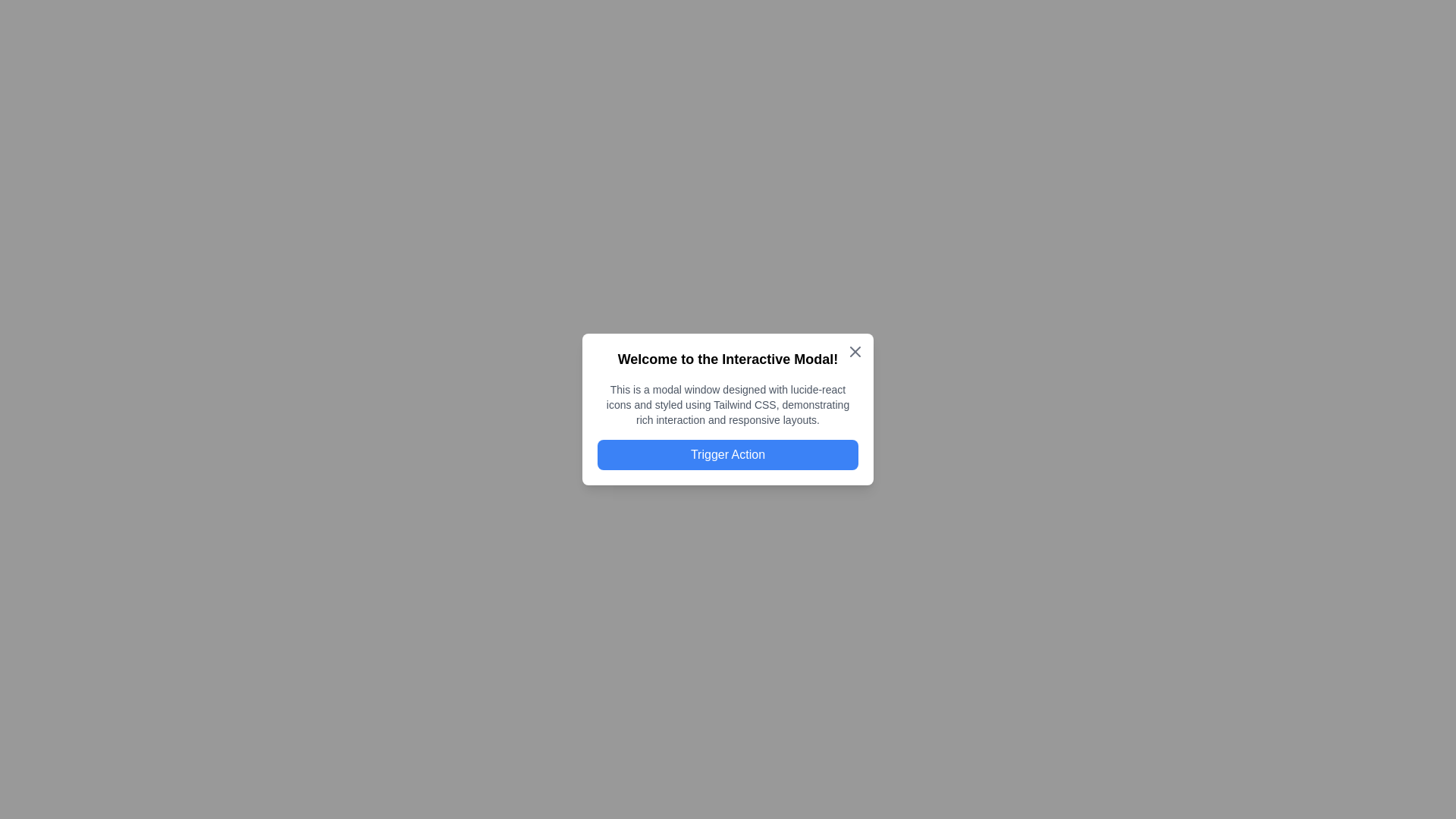  I want to click on the paragraph text element styled in gray, which contains the description within the modal window, so click(728, 403).